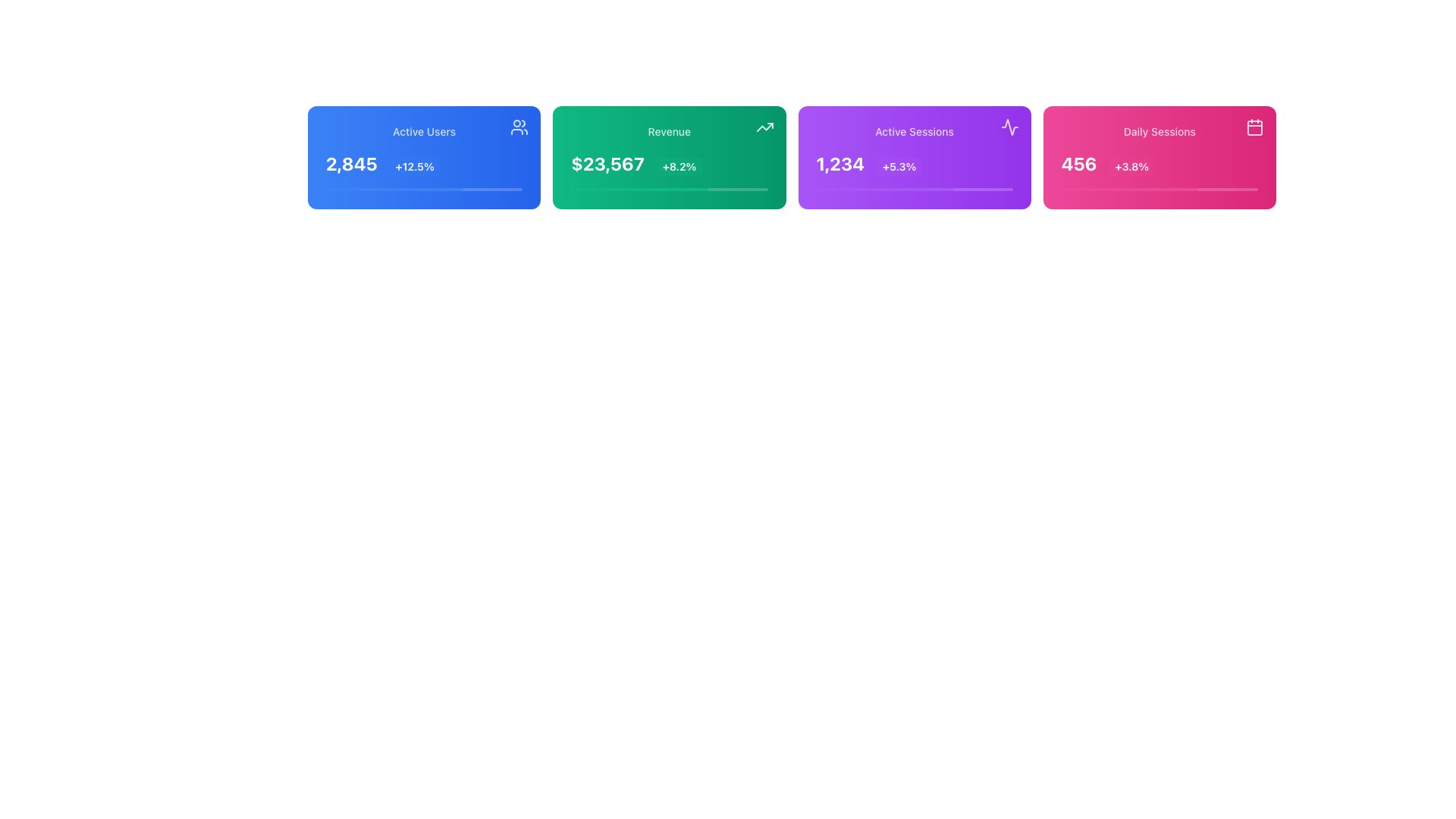 The width and height of the screenshot is (1456, 819). I want to click on percentage value displayed on the label located within the 'Active Sessions' card, positioned to the right of the bold numerical value '1,234', so click(899, 166).